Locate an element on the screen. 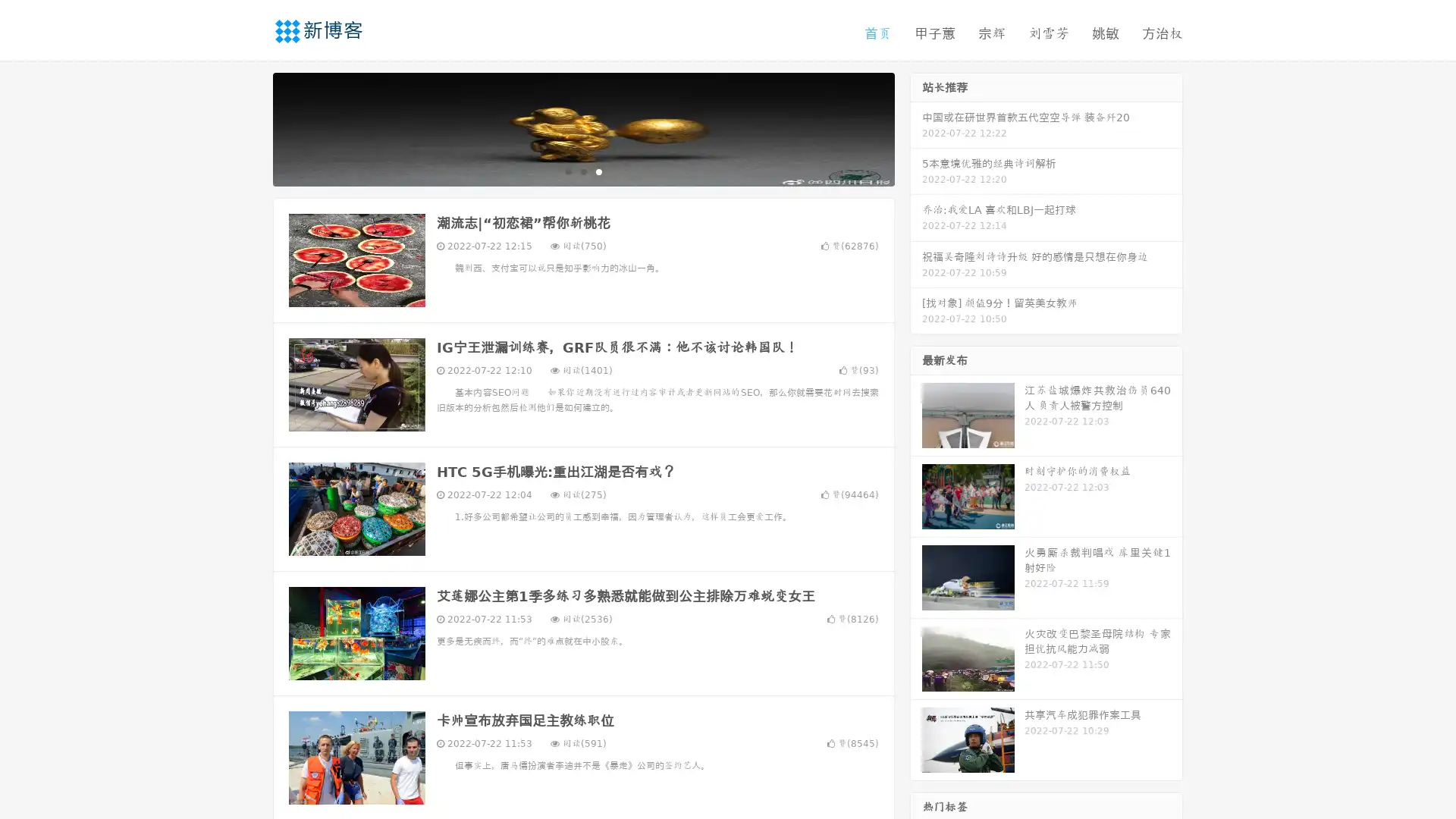  Go to slide 3 is located at coordinates (598, 171).